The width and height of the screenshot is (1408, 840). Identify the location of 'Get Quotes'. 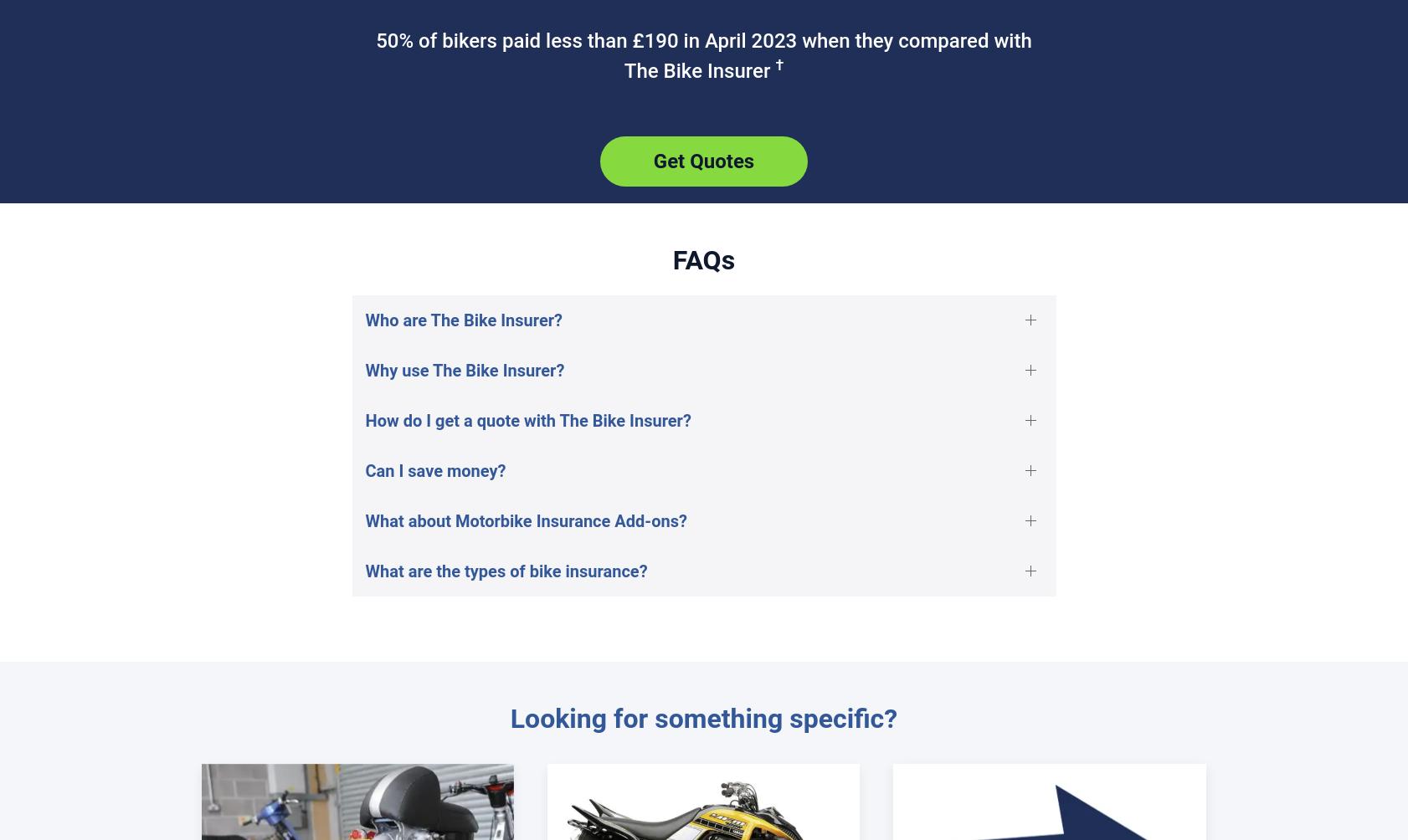
(703, 160).